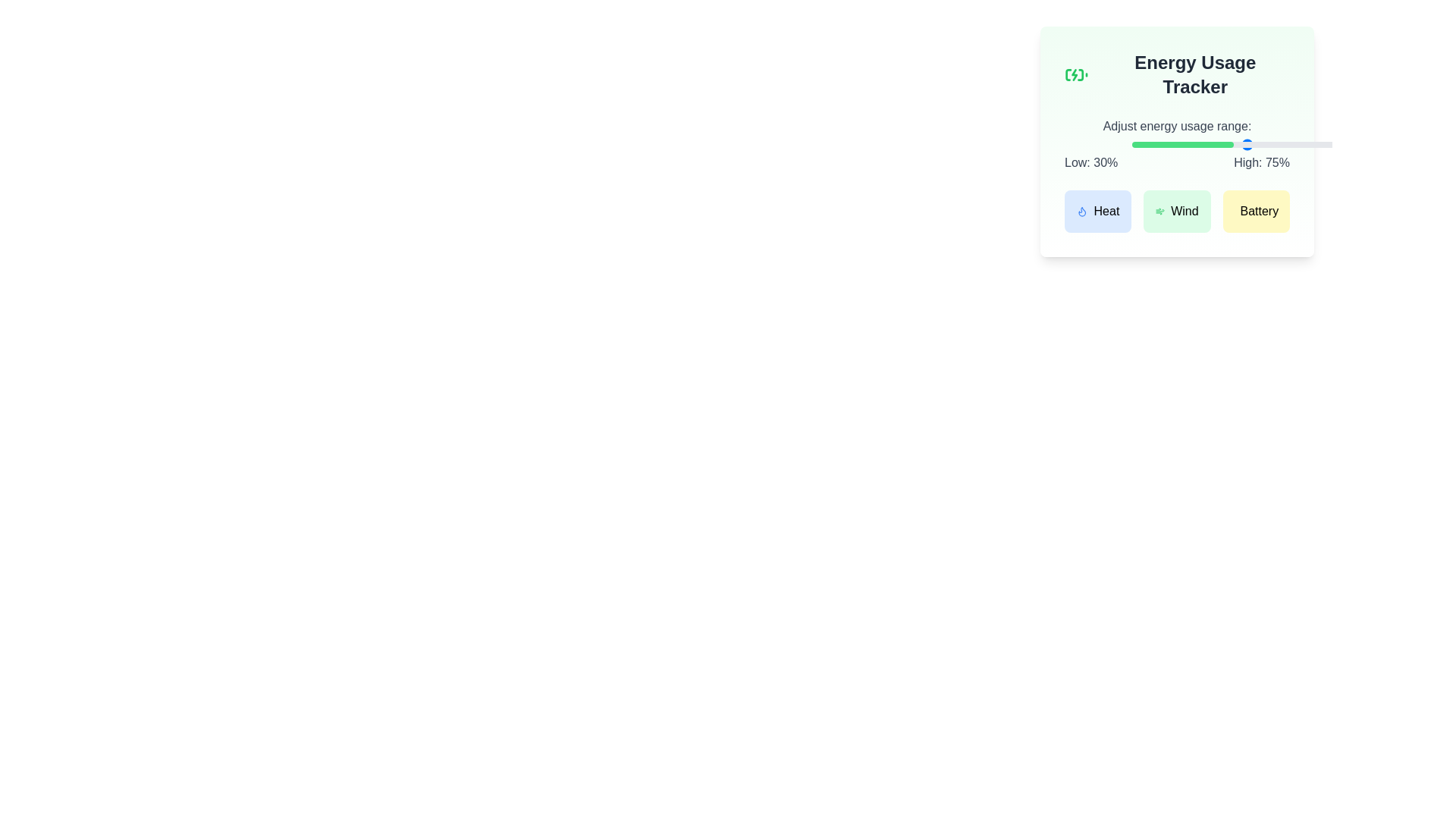 Image resolution: width=1456 pixels, height=819 pixels. What do you see at coordinates (1344, 145) in the screenshot?
I see `the energy usage range` at bounding box center [1344, 145].